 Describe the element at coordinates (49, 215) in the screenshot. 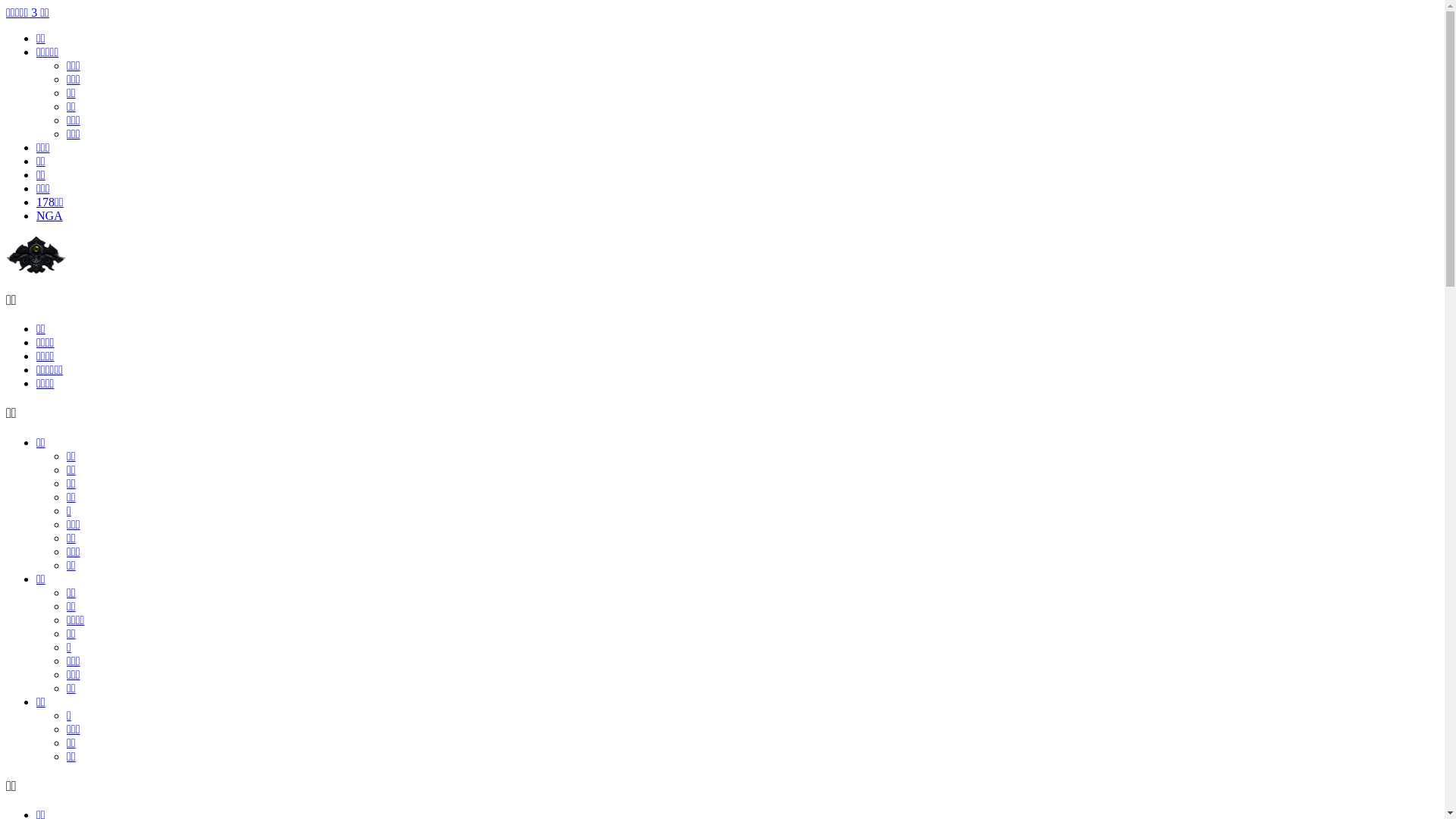

I see `'NGA'` at that location.